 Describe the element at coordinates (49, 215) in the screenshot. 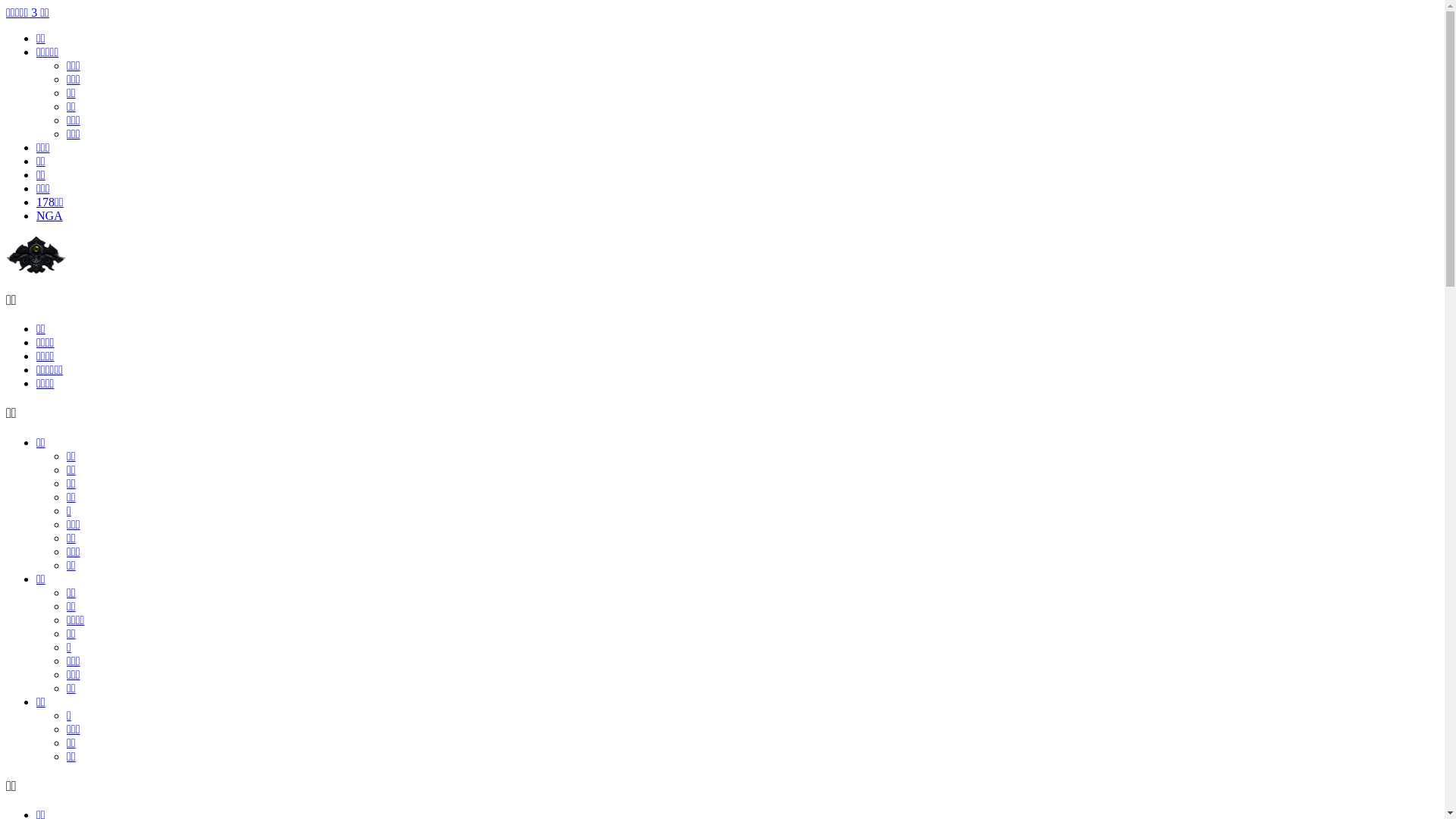

I see `'NGA'` at that location.